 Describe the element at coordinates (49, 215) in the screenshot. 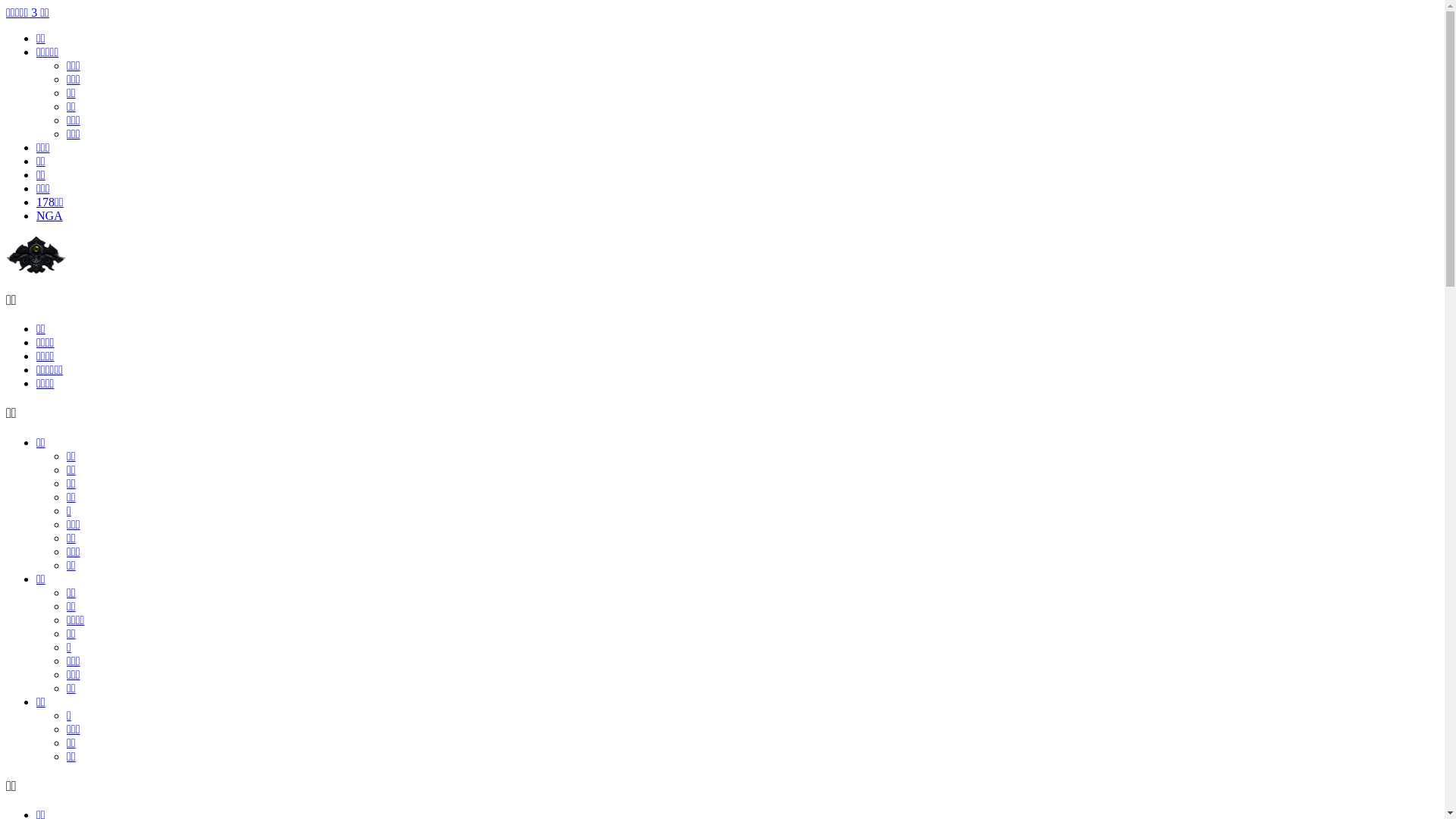

I see `'NGA'` at that location.